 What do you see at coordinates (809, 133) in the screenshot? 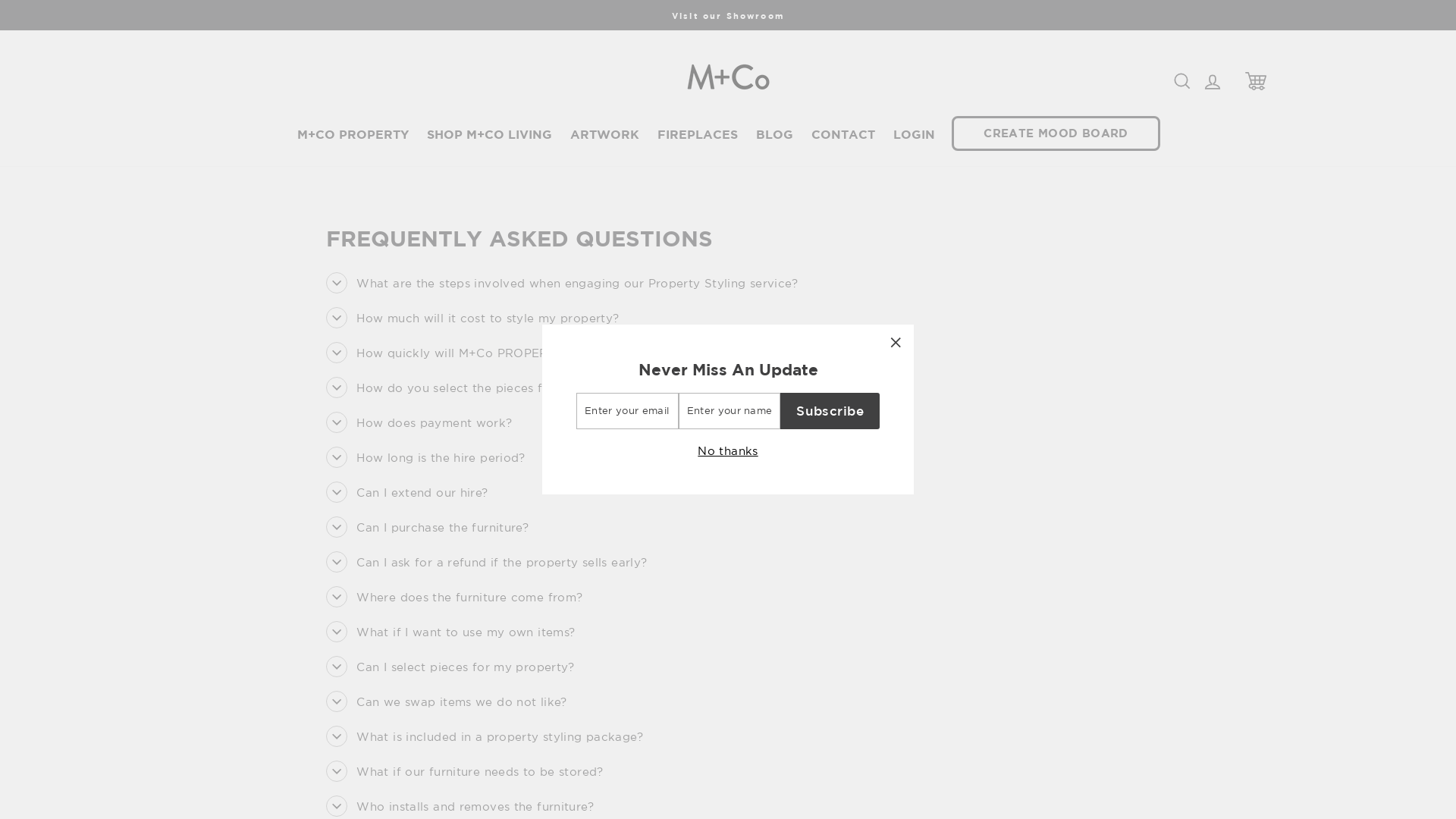
I see `'CONTACT'` at bounding box center [809, 133].